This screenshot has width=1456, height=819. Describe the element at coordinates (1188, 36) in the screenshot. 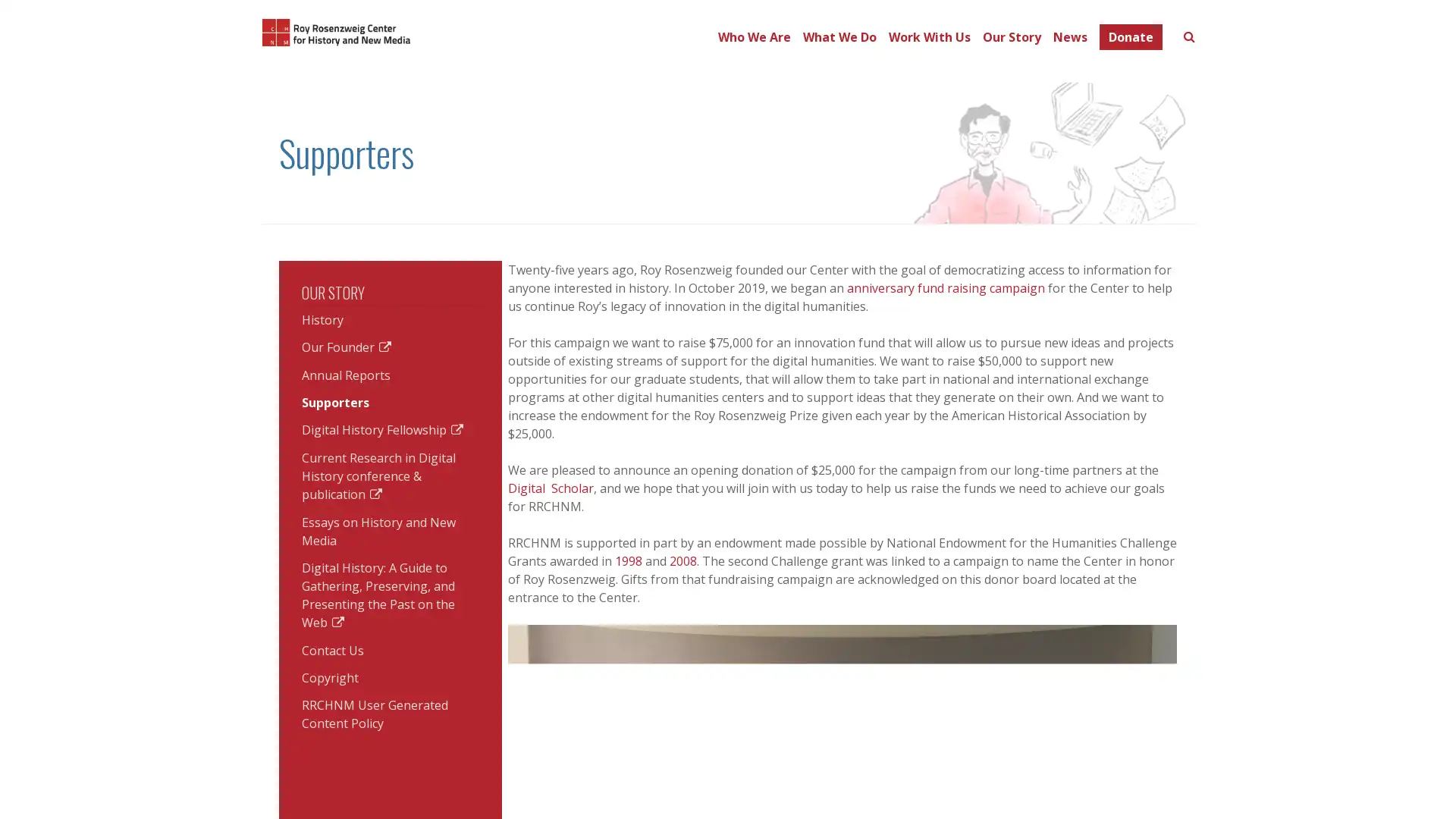

I see `Toggle search form` at that location.